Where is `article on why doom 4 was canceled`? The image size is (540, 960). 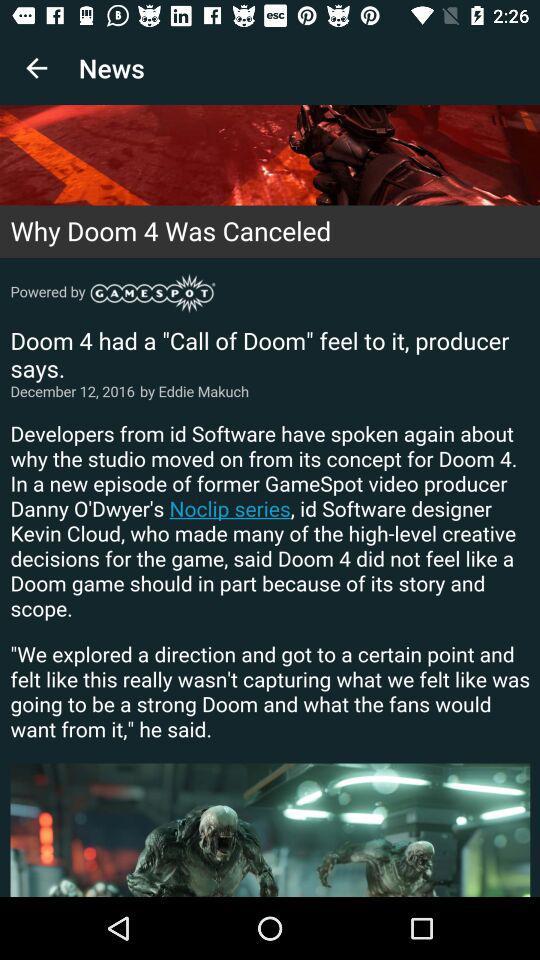 article on why doom 4 was canceled is located at coordinates (270, 500).